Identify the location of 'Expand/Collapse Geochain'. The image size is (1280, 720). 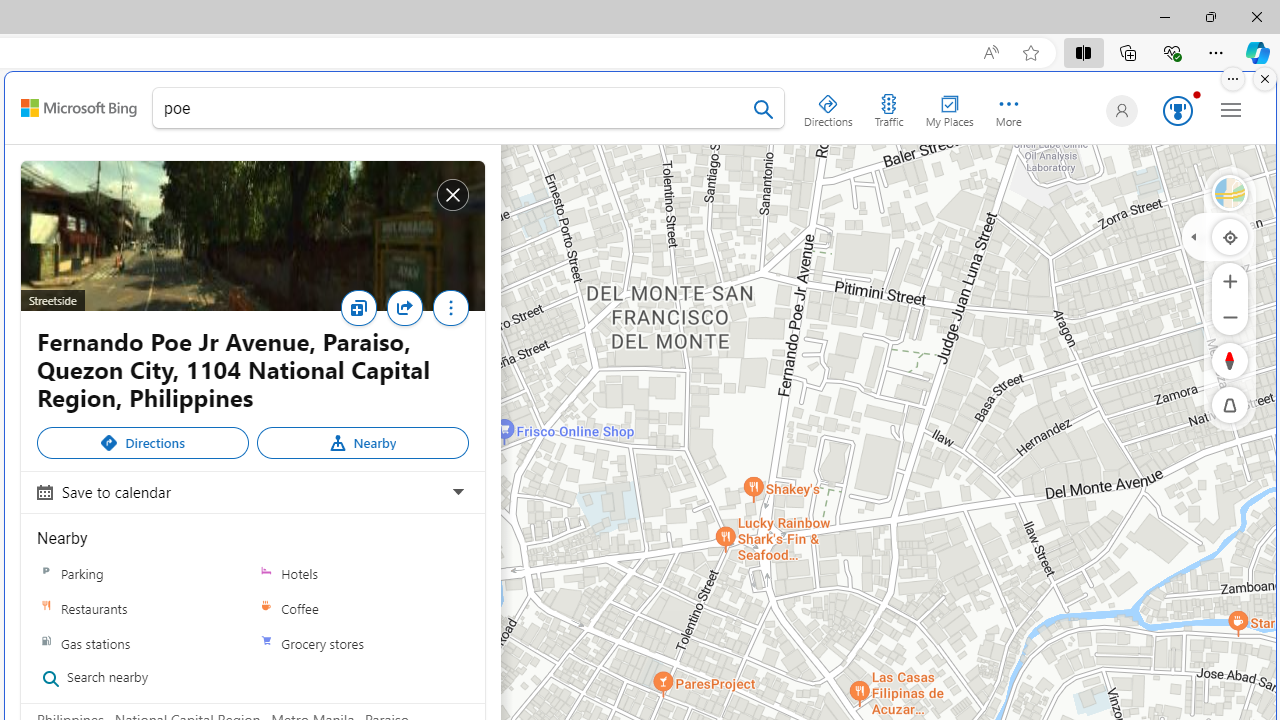
(1193, 235).